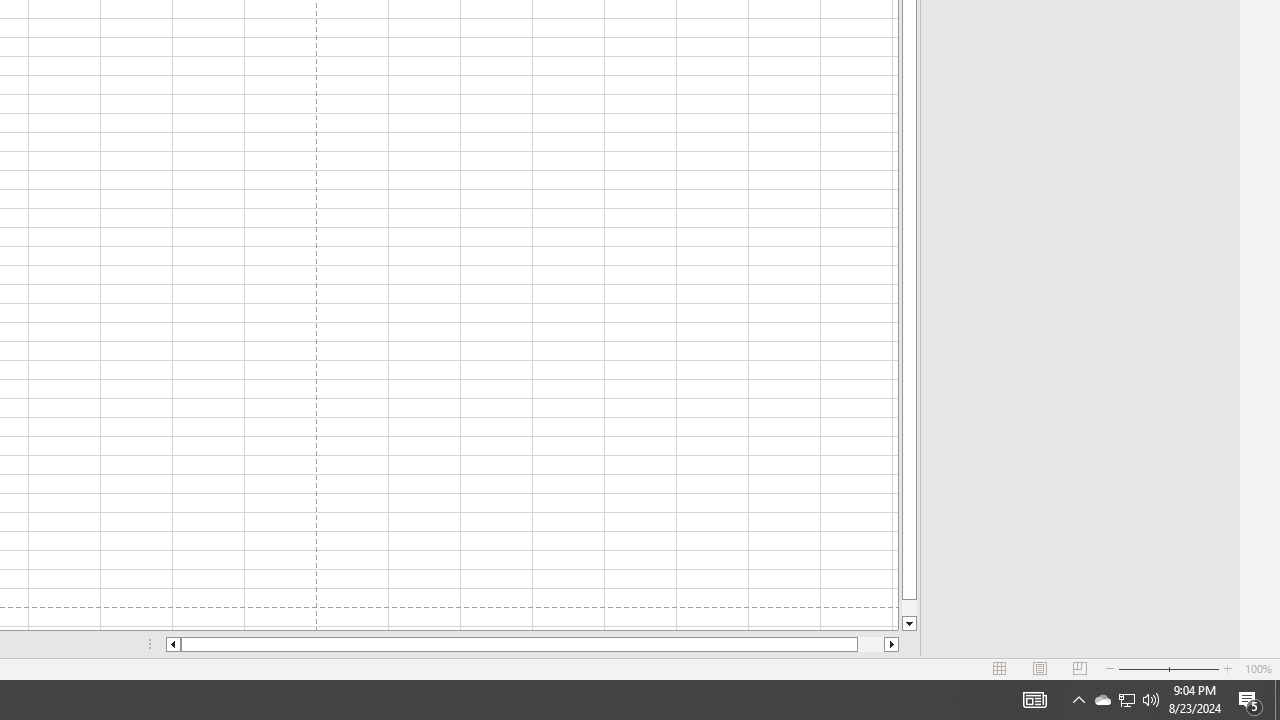 The image size is (1280, 720). What do you see at coordinates (1078, 669) in the screenshot?
I see `'Page Break Preview'` at bounding box center [1078, 669].